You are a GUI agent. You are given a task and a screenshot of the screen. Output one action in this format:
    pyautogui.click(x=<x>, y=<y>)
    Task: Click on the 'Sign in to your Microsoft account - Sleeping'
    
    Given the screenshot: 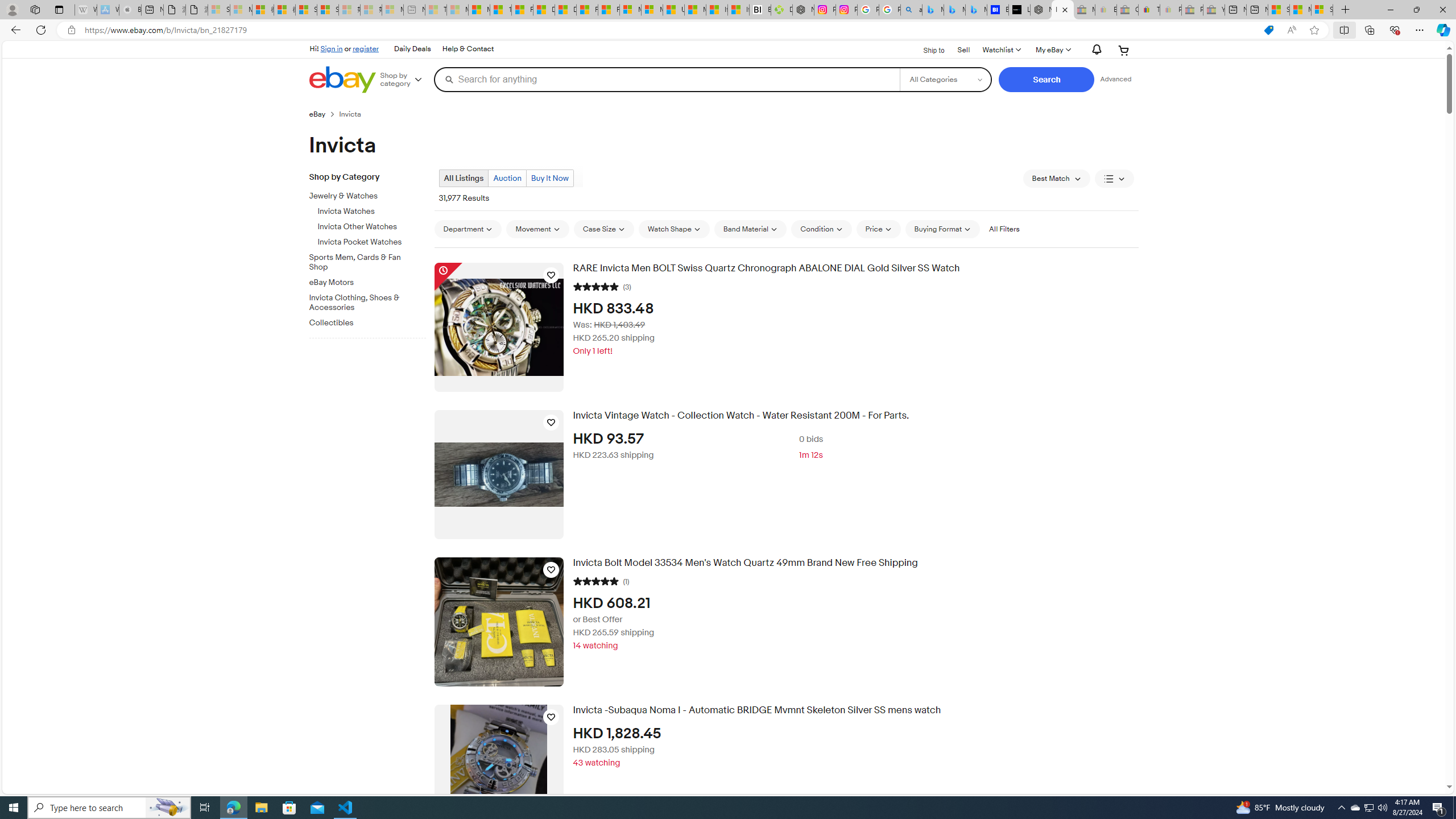 What is the action you would take?
    pyautogui.click(x=218, y=9)
    